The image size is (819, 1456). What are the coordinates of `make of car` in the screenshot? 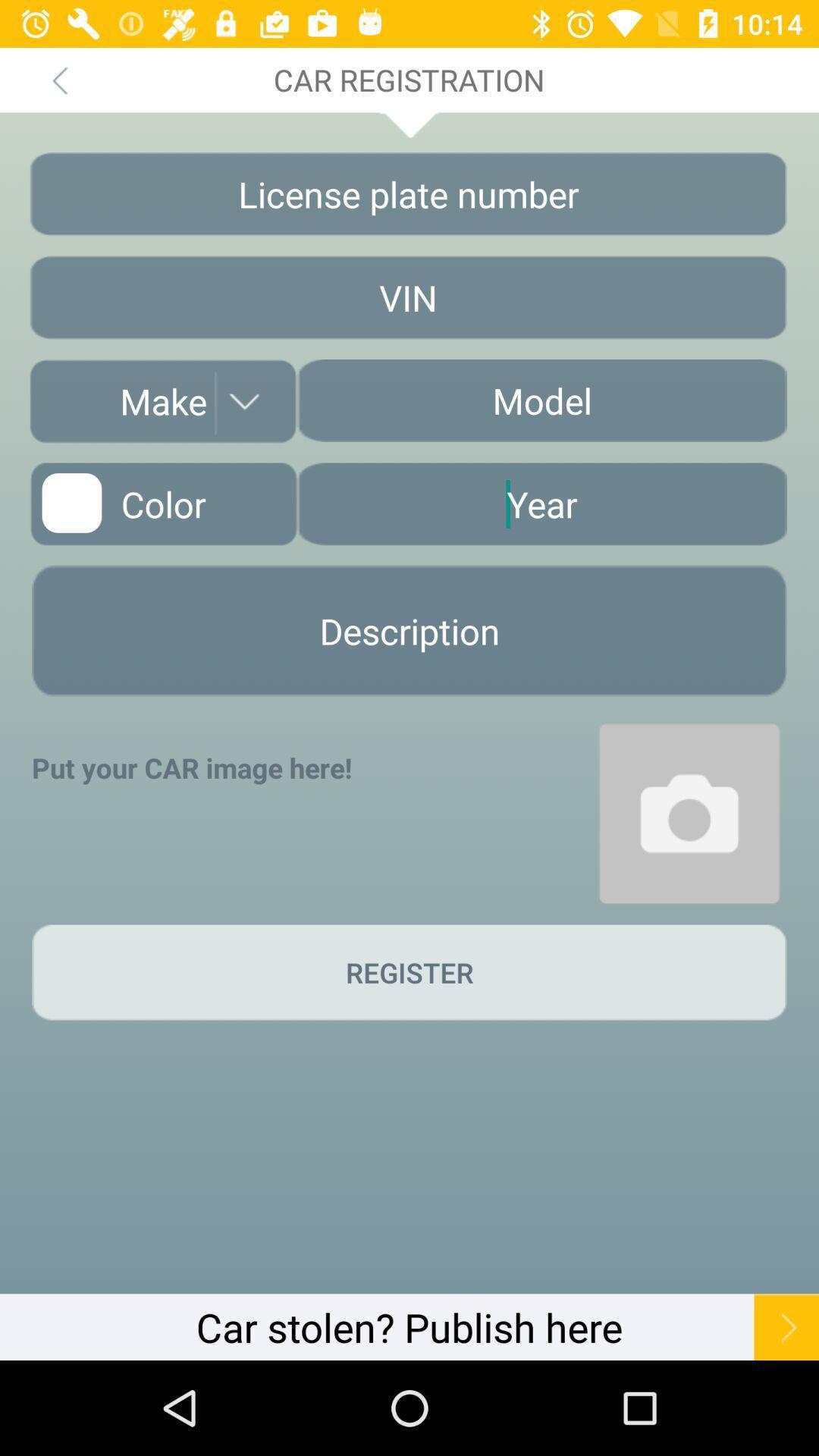 It's located at (163, 401).